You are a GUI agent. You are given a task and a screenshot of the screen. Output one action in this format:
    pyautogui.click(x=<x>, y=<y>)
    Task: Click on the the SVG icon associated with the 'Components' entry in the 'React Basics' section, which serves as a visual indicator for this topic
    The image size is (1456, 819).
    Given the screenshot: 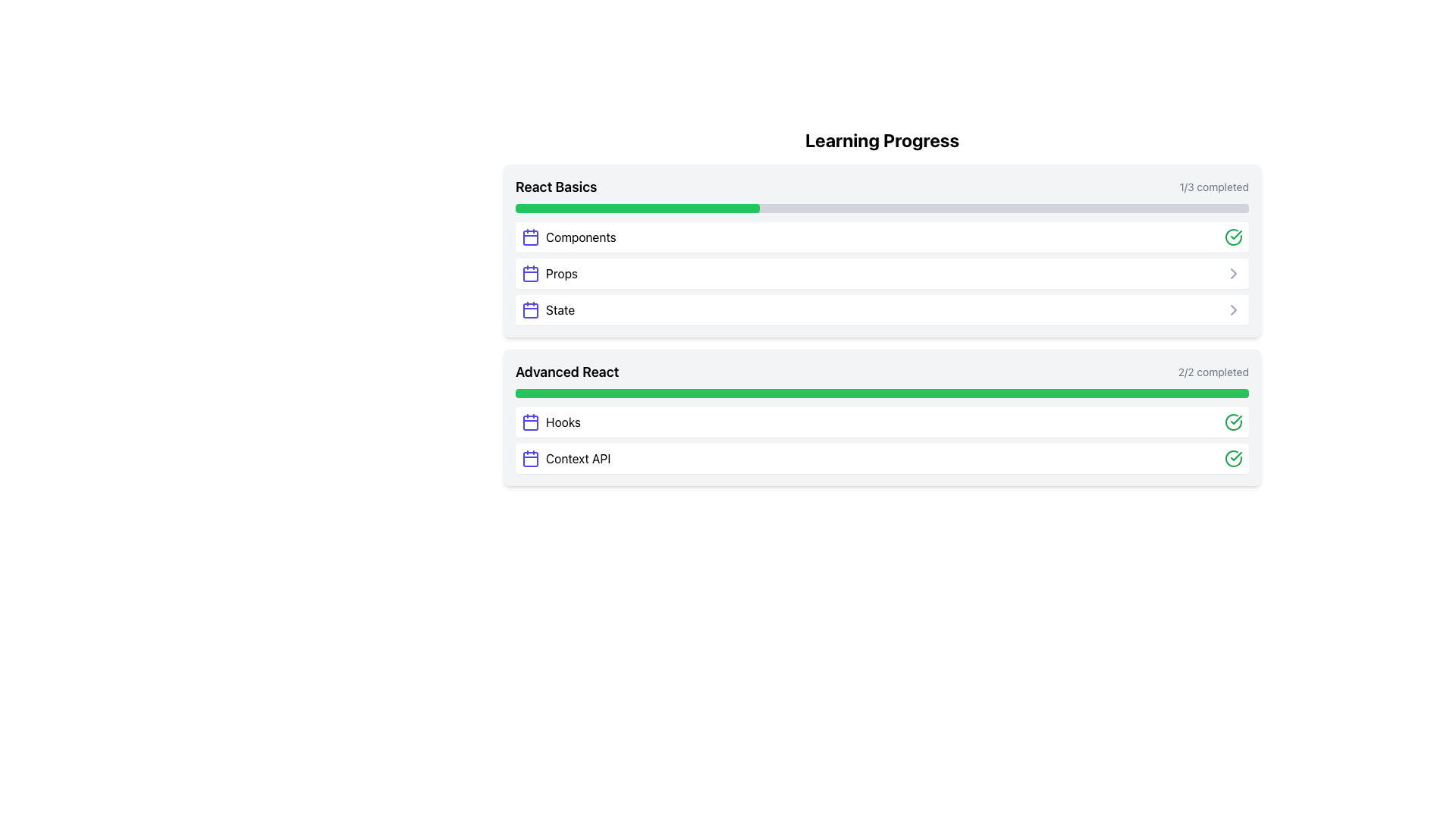 What is the action you would take?
    pyautogui.click(x=531, y=237)
    